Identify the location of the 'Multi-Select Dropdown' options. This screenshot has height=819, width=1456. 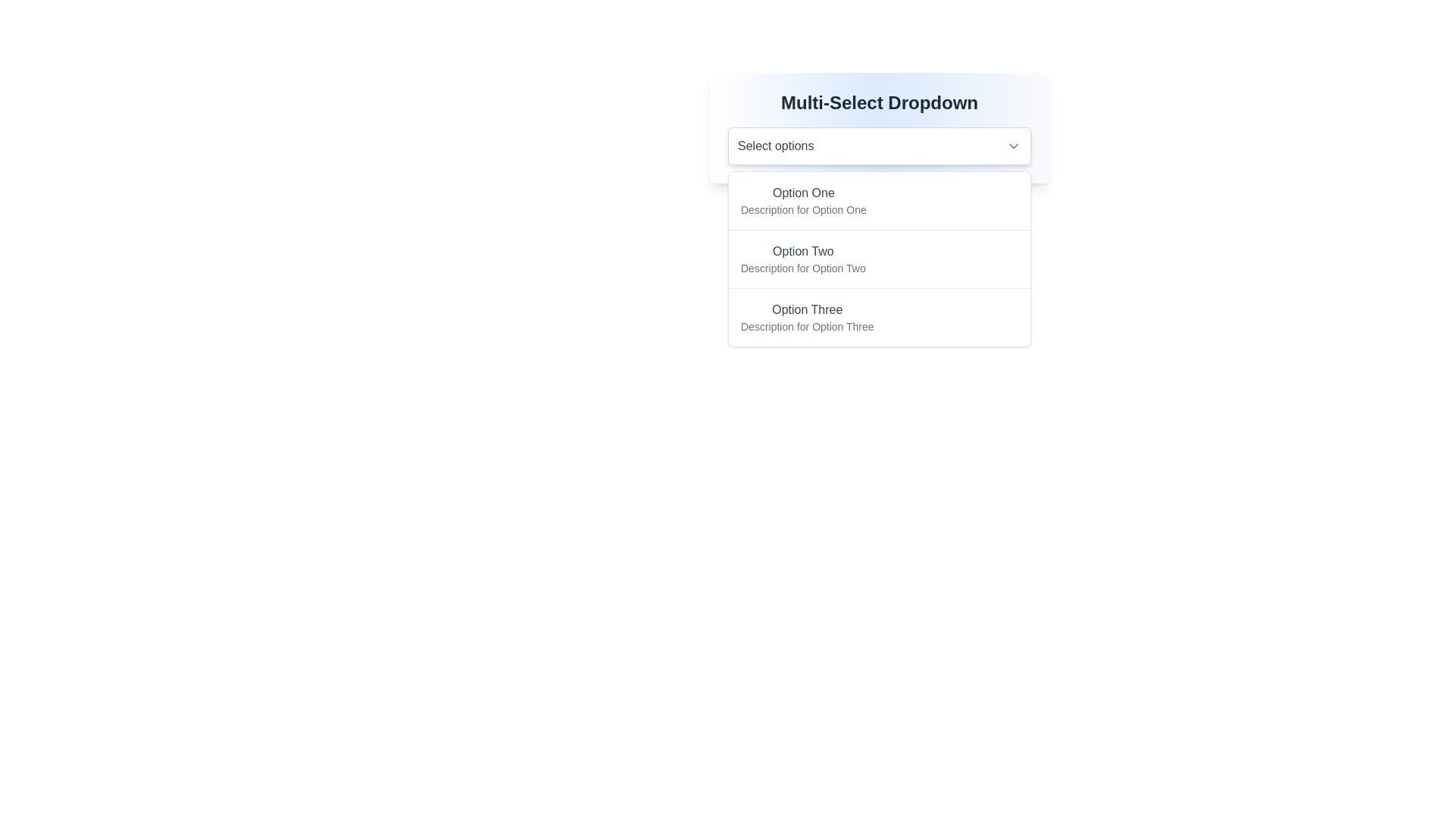
(880, 127).